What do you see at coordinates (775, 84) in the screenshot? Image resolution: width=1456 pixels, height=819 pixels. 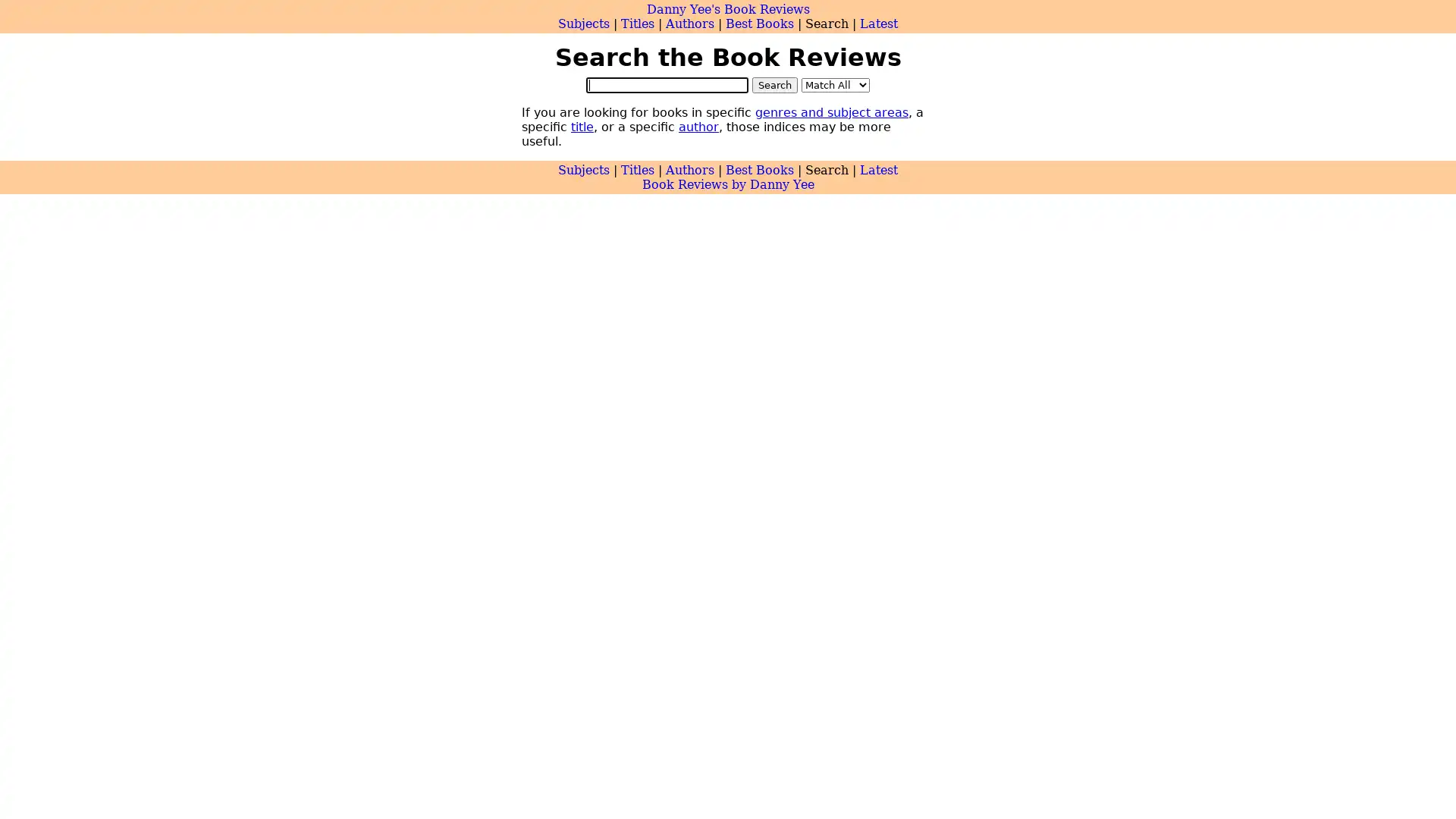 I see `Search` at bounding box center [775, 84].